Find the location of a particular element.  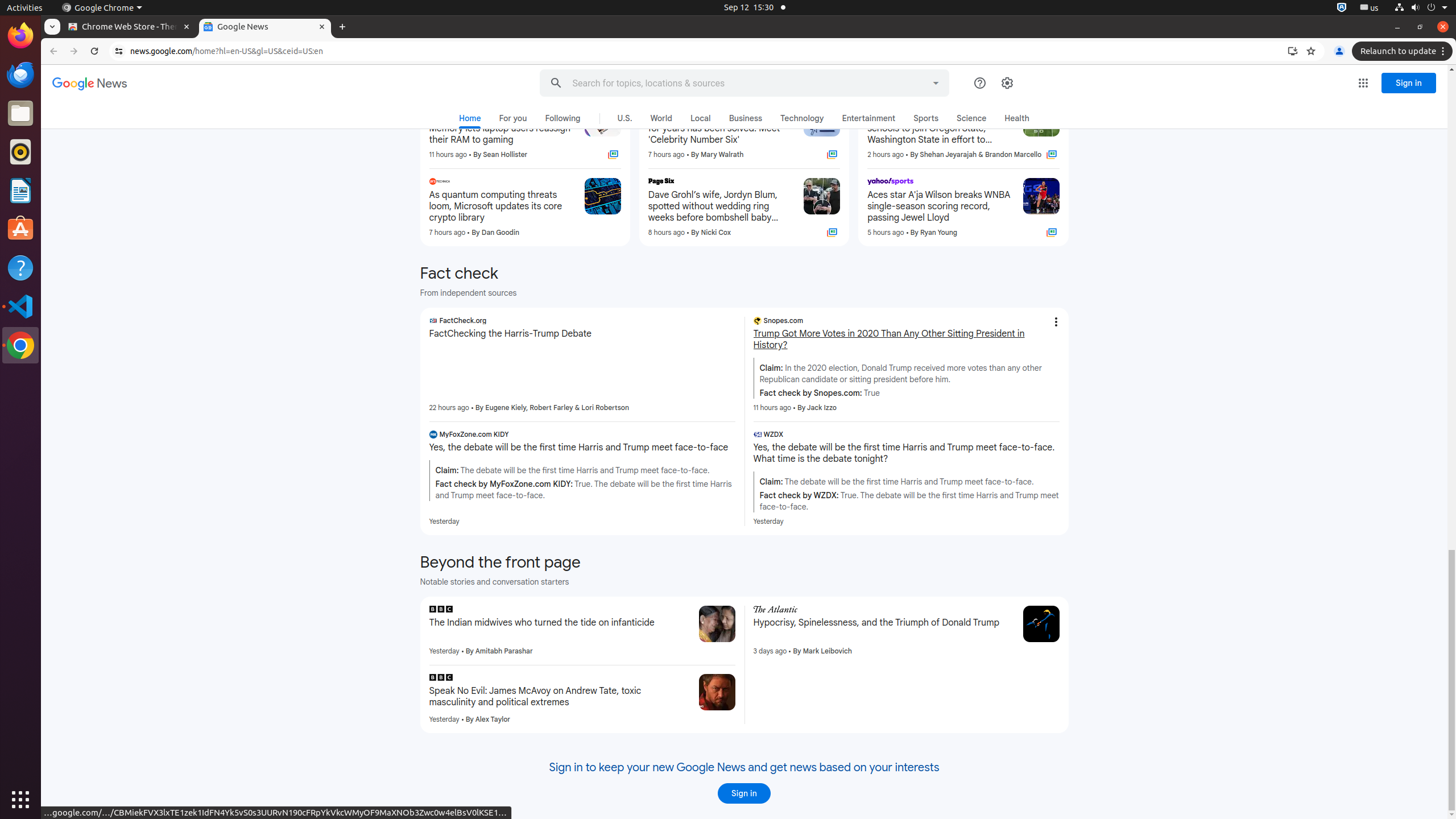

'As quantum computing threats loom, Microsoft updates its core crypto library' is located at coordinates (501, 206).